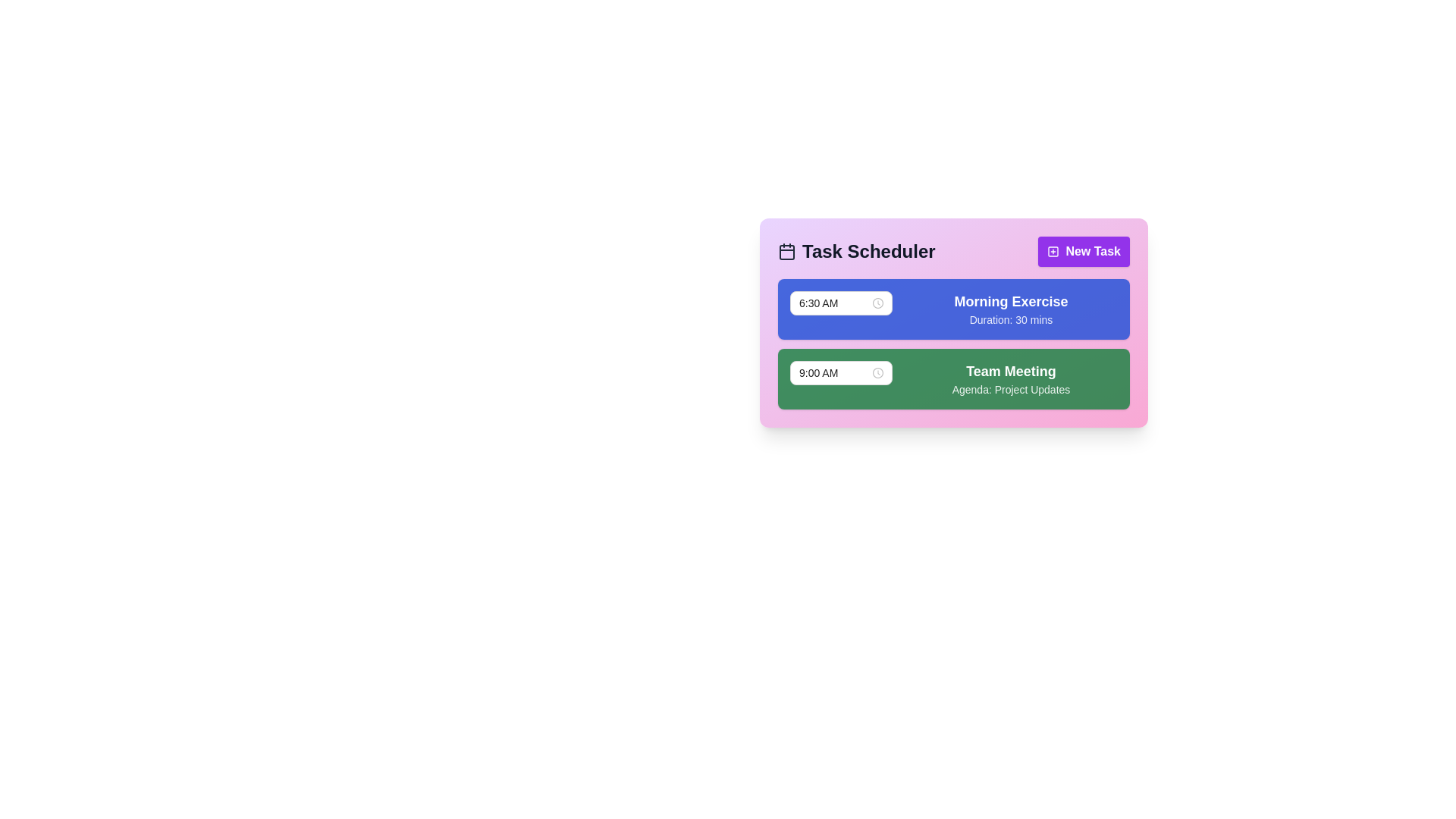  Describe the element at coordinates (786, 251) in the screenshot. I see `the decorative calendar icon element located in the top-left corner of the card, above the 'Task Scheduler' text` at that location.